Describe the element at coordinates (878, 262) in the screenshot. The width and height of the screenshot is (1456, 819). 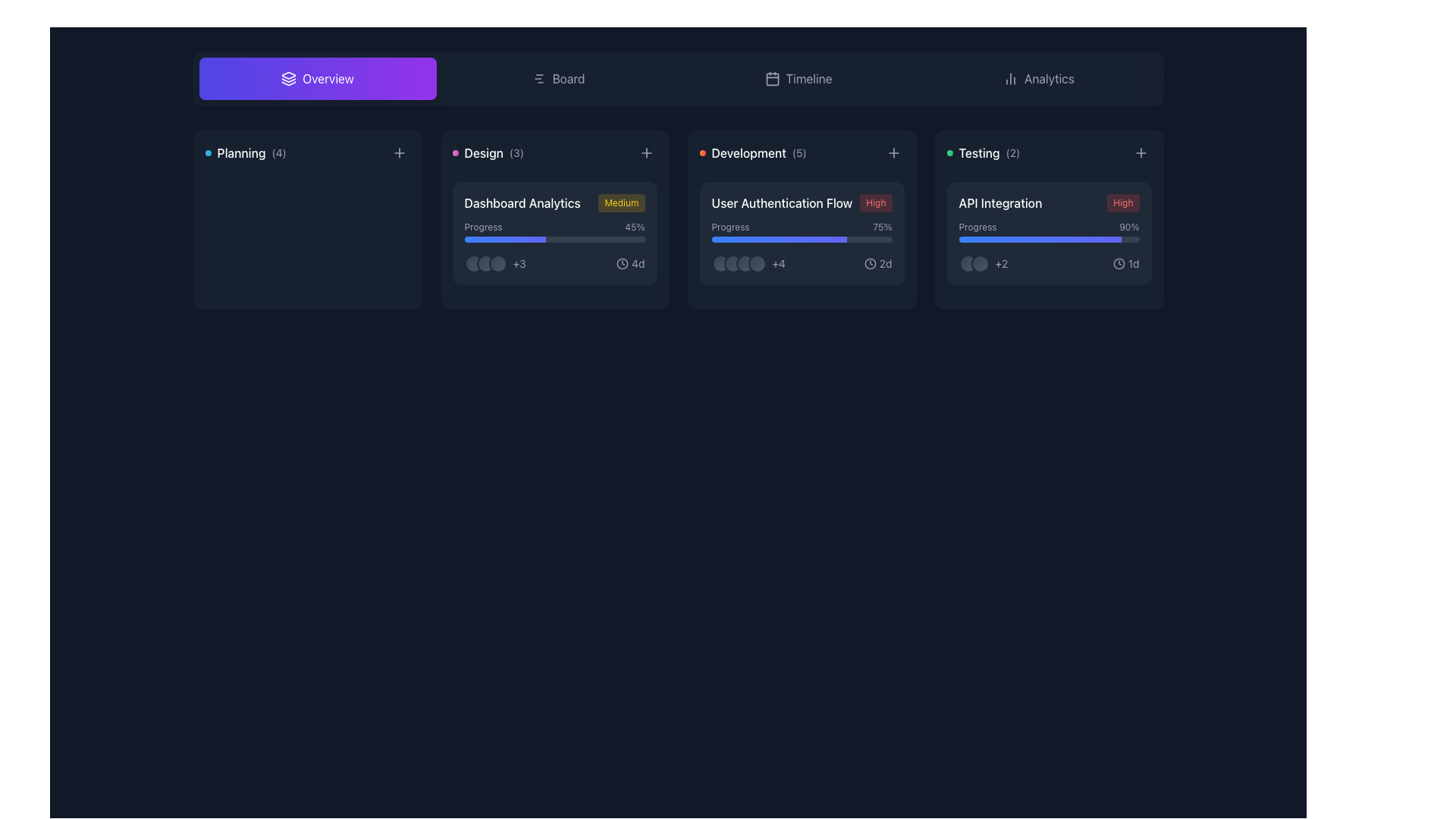
I see `the clock icon and '2d' text element located in the 'Development' card below the title 'User Authentication Flow' to access associated card actions` at that location.